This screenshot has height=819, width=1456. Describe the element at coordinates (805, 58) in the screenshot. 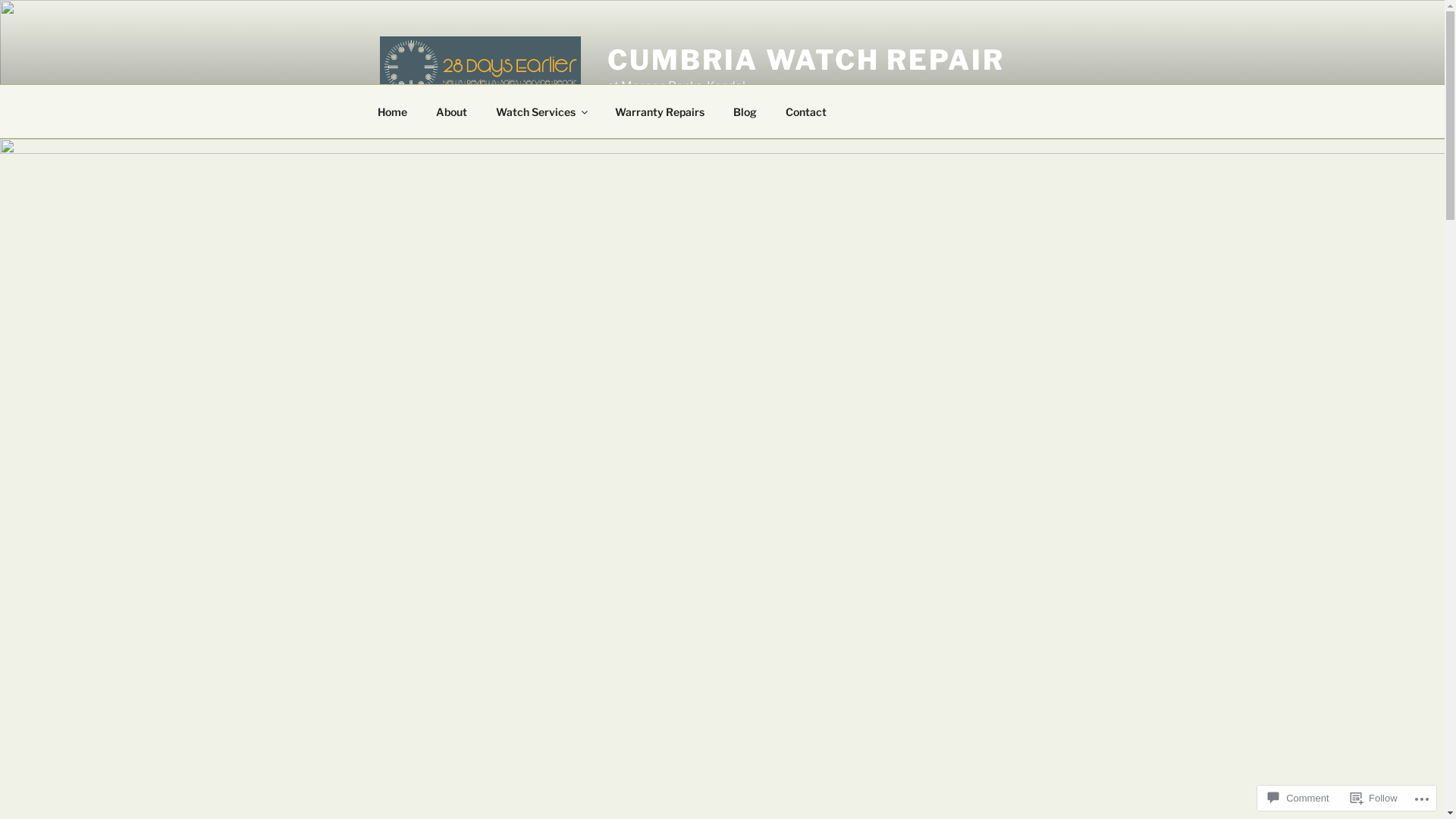

I see `'CUMBRIA WATCH REPAIR'` at that location.